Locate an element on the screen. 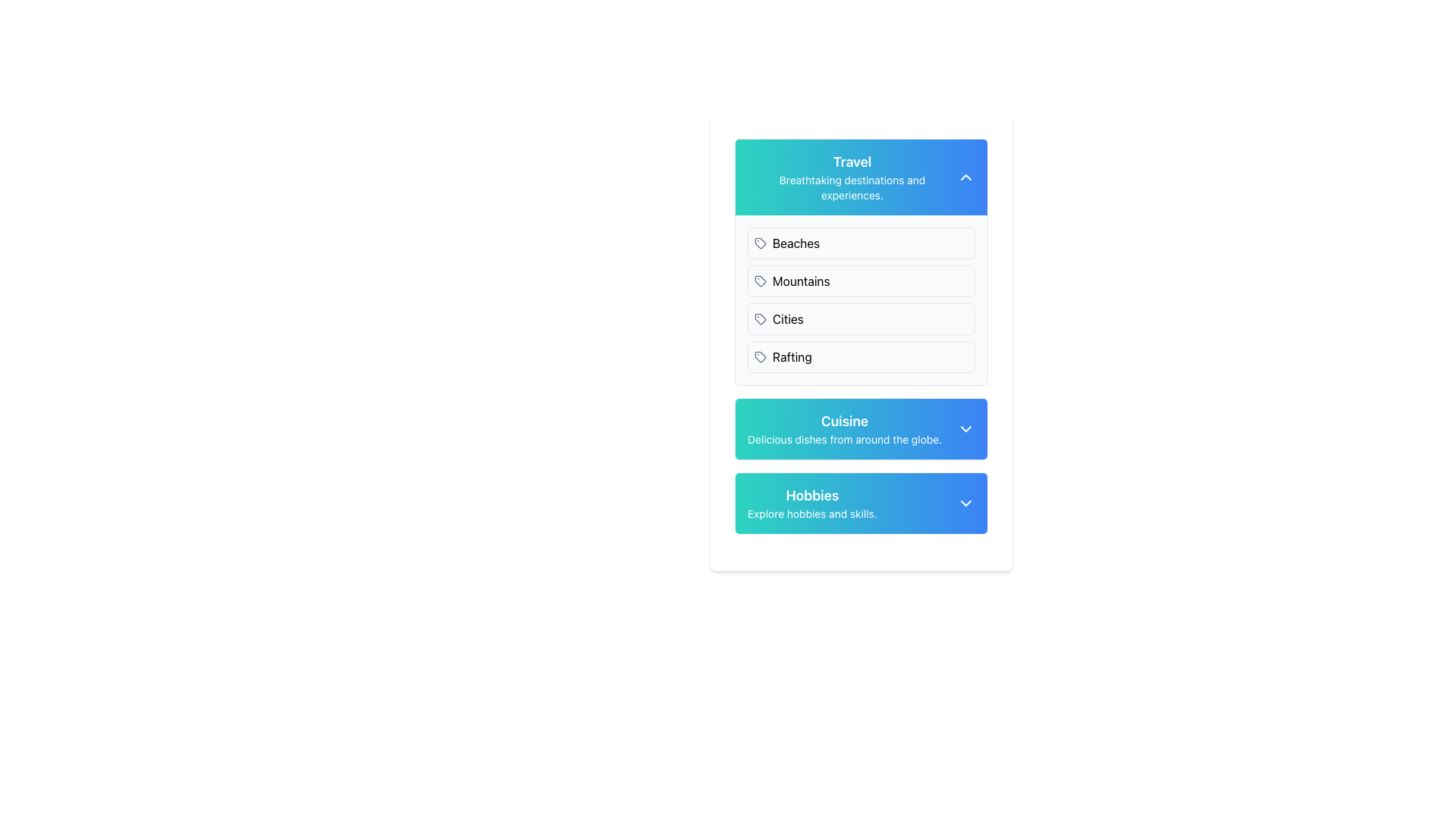 This screenshot has height=819, width=1456. the 'Rafting' button located in the 'Travel' section, positioned between the 'Cities' button above and the 'Cuisine' section below, to observe the hover effects is located at coordinates (861, 356).